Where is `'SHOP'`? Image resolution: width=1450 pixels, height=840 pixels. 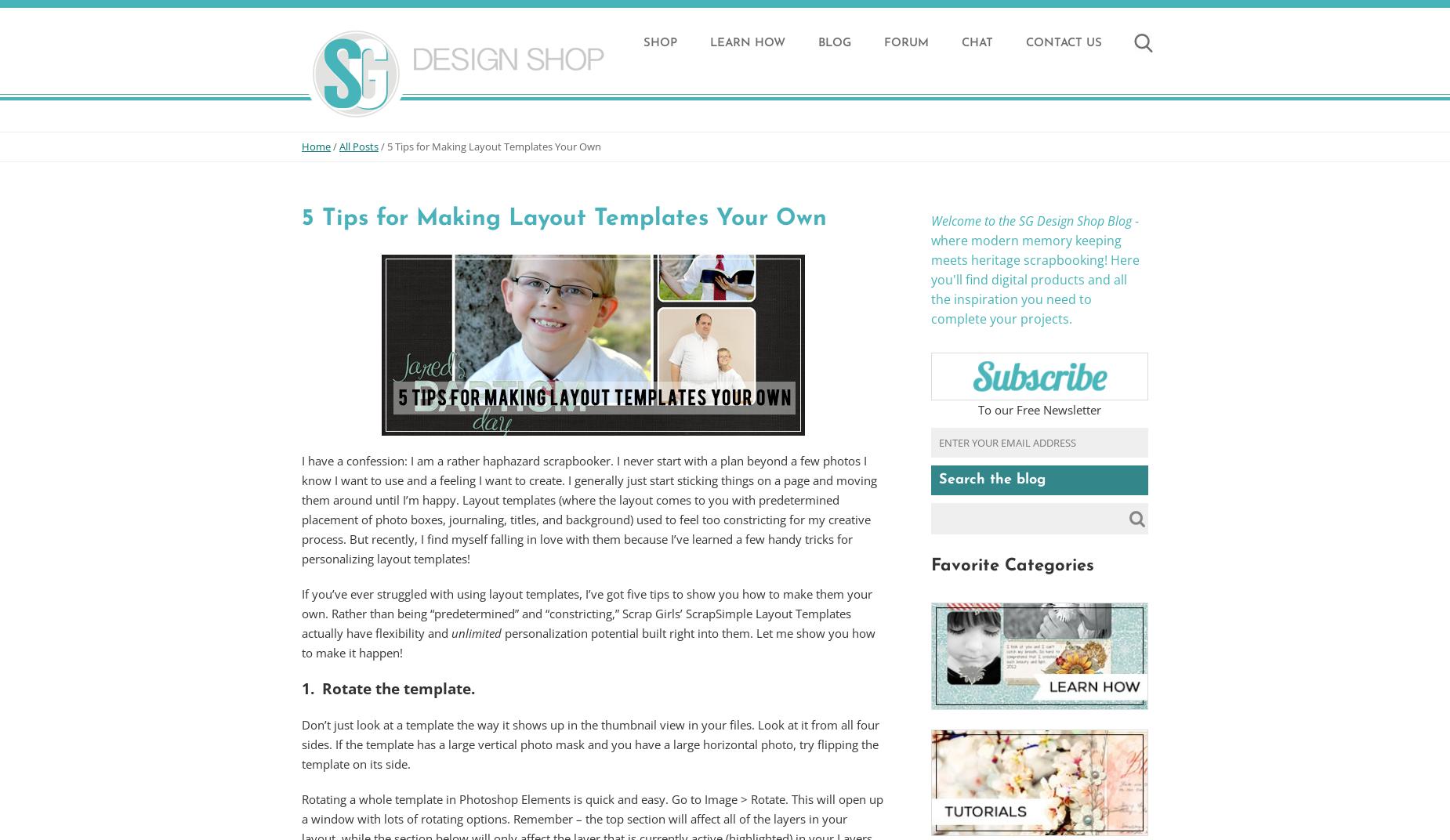 'SHOP' is located at coordinates (643, 42).